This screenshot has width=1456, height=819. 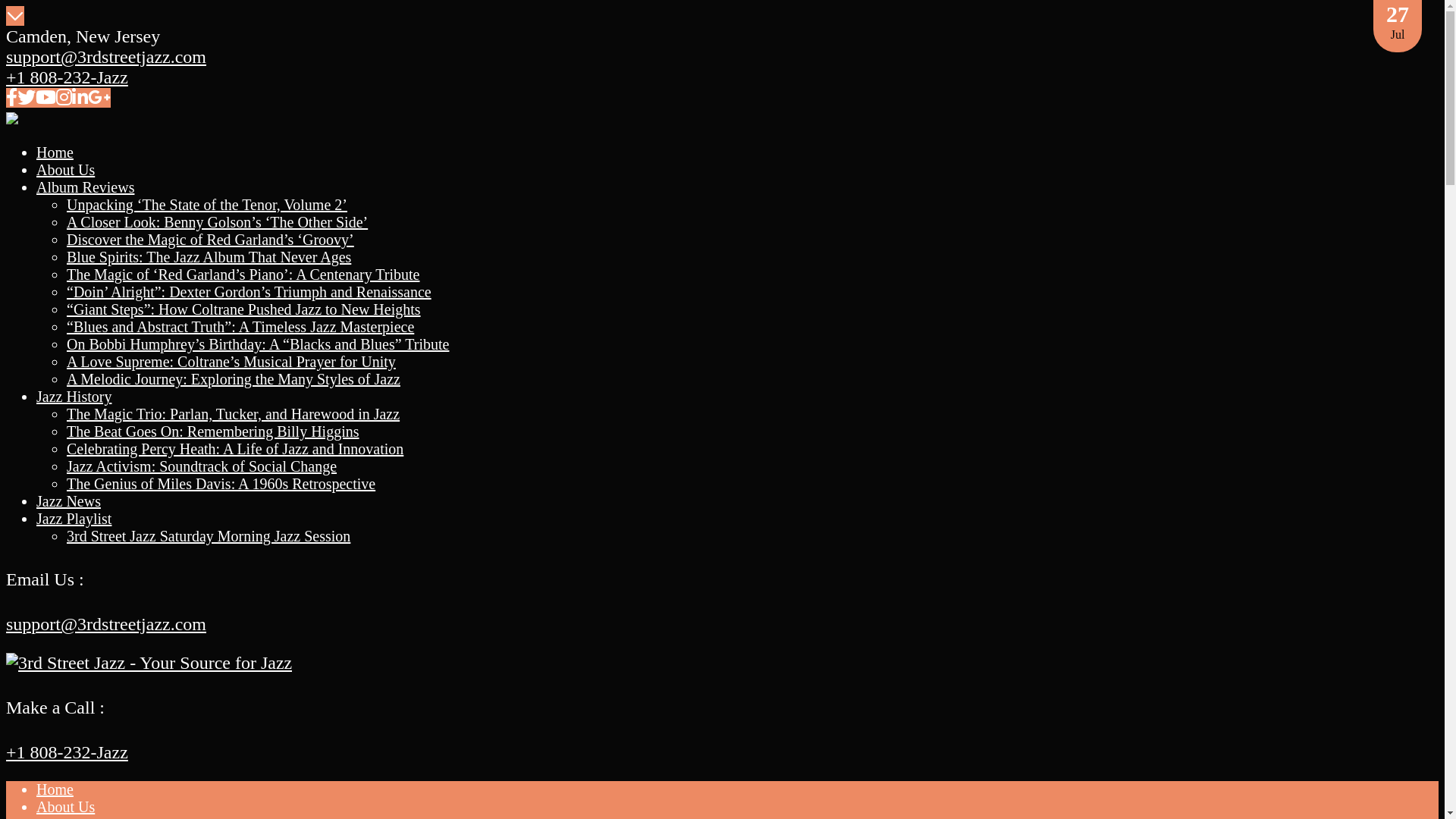 I want to click on 'youtube', so click(x=36, y=97).